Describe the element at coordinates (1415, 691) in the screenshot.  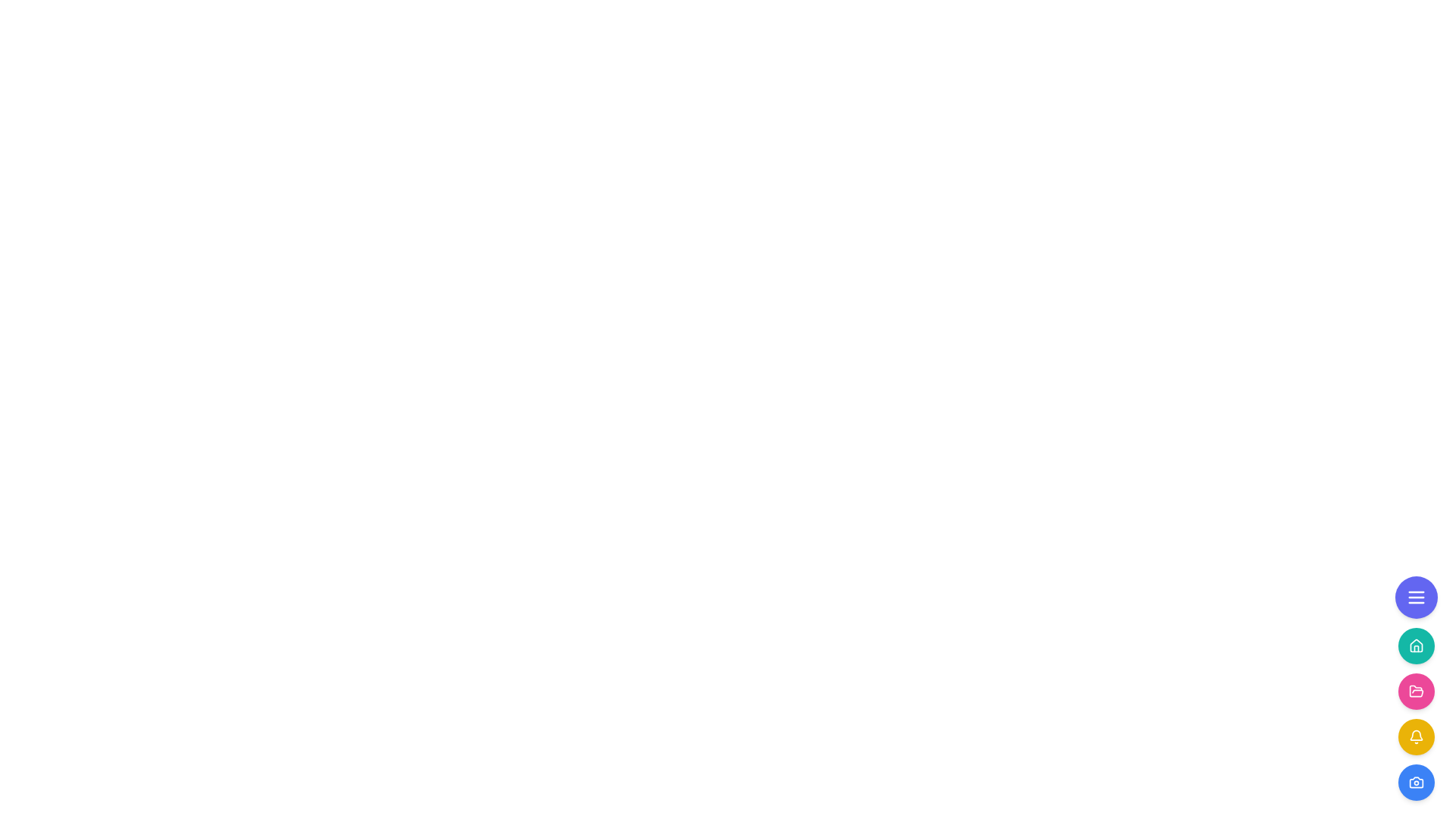
I see `the circular button with a pink background and a white outline of an open folder` at that location.